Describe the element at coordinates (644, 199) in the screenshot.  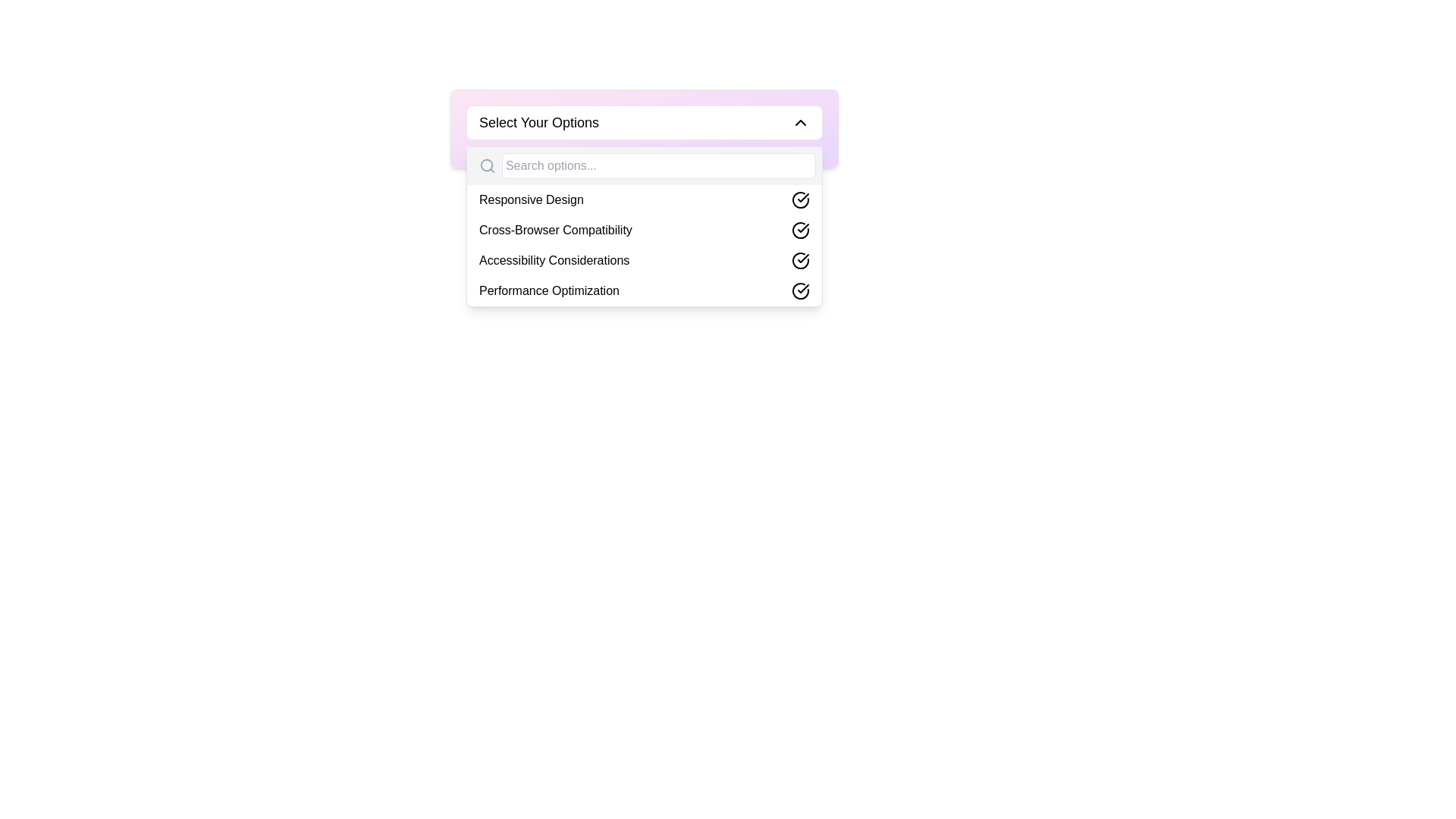
I see `the first selectable option in the list labeled 'Responsive Design'` at that location.